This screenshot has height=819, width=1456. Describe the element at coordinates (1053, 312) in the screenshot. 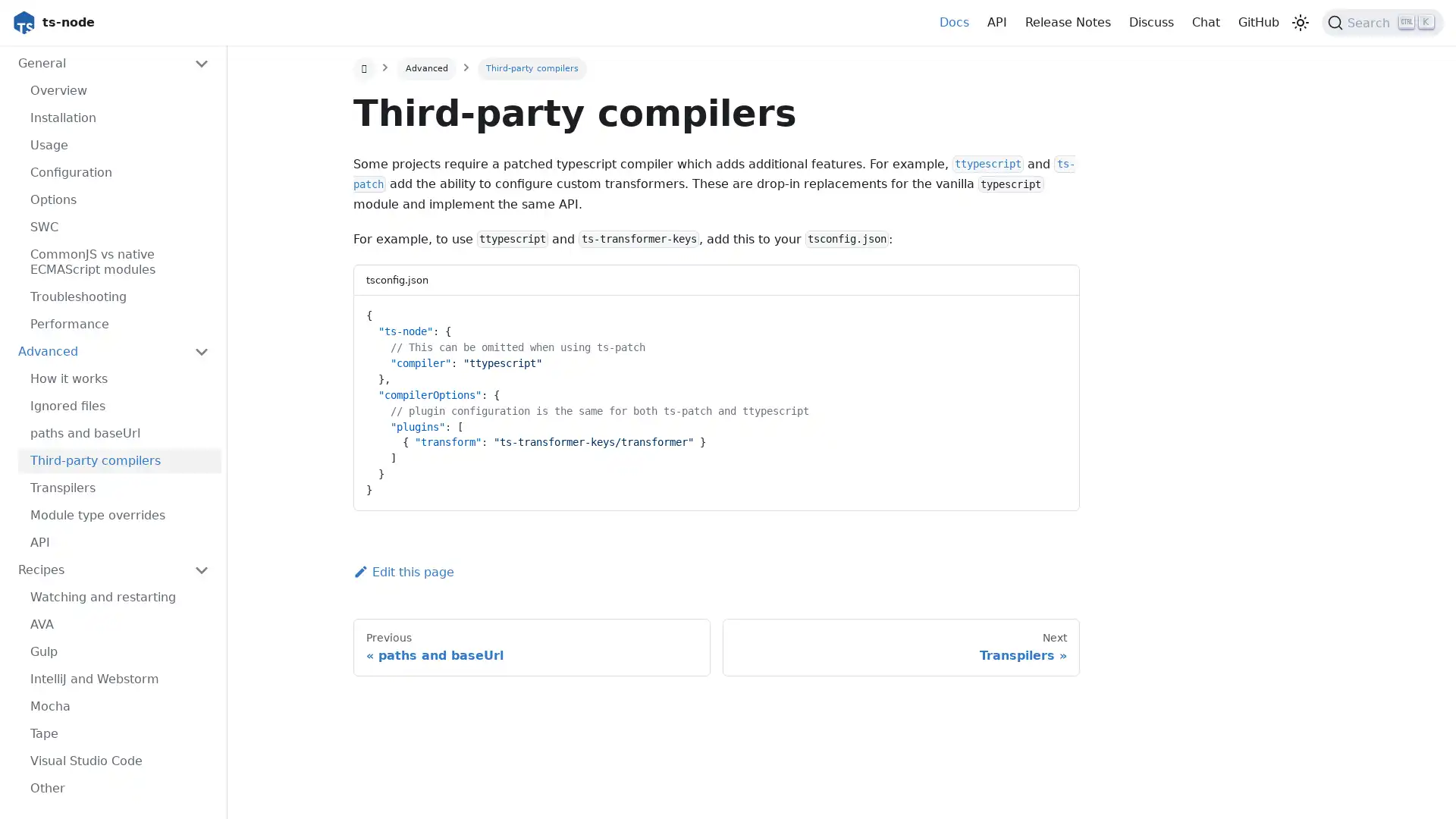

I see `Copy code to clipboard` at that location.